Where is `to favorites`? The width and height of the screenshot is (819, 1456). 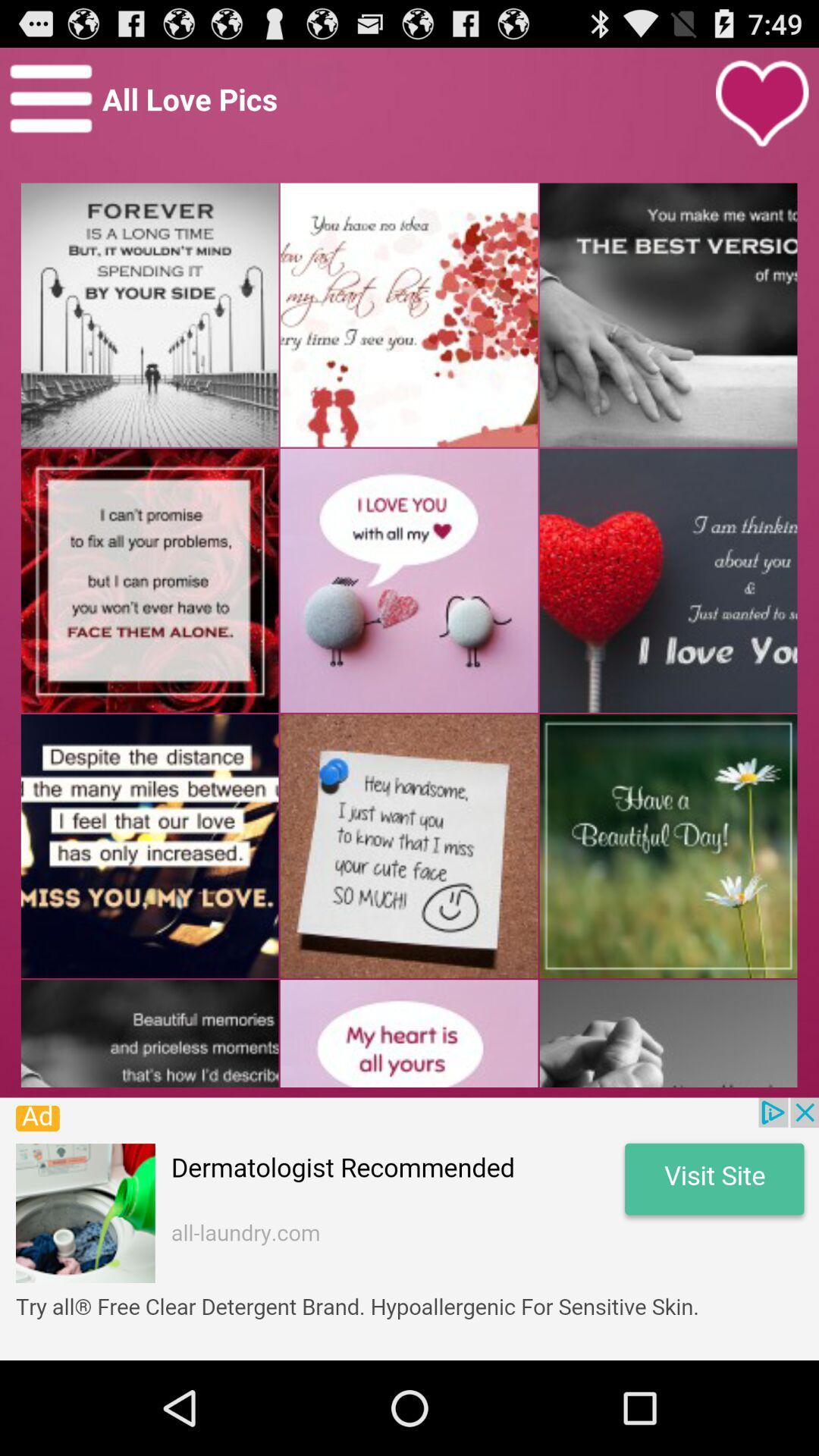
to favorites is located at coordinates (762, 103).